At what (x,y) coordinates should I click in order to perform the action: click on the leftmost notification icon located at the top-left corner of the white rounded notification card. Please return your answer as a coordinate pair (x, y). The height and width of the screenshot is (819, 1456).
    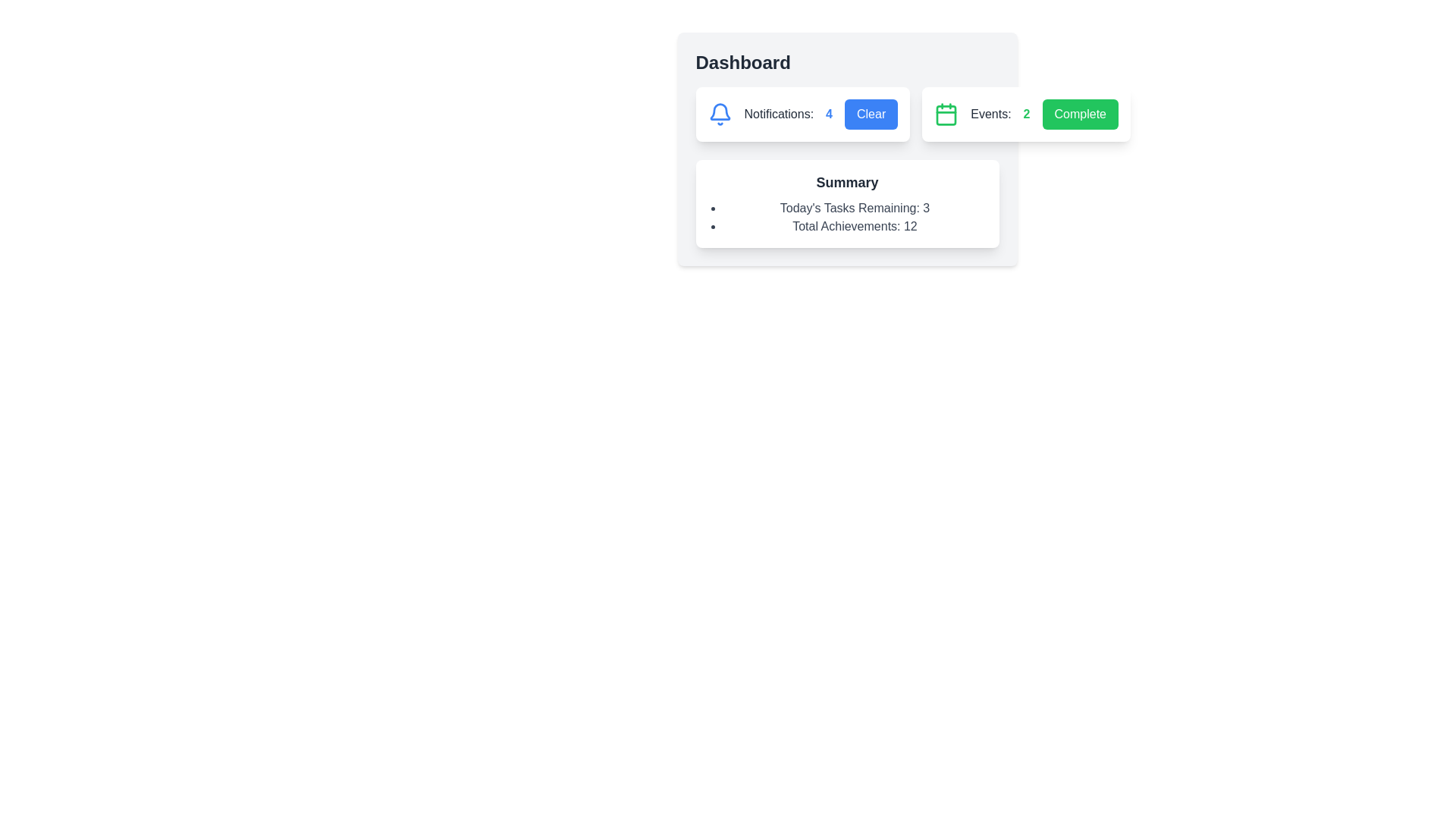
    Looking at the image, I should click on (719, 113).